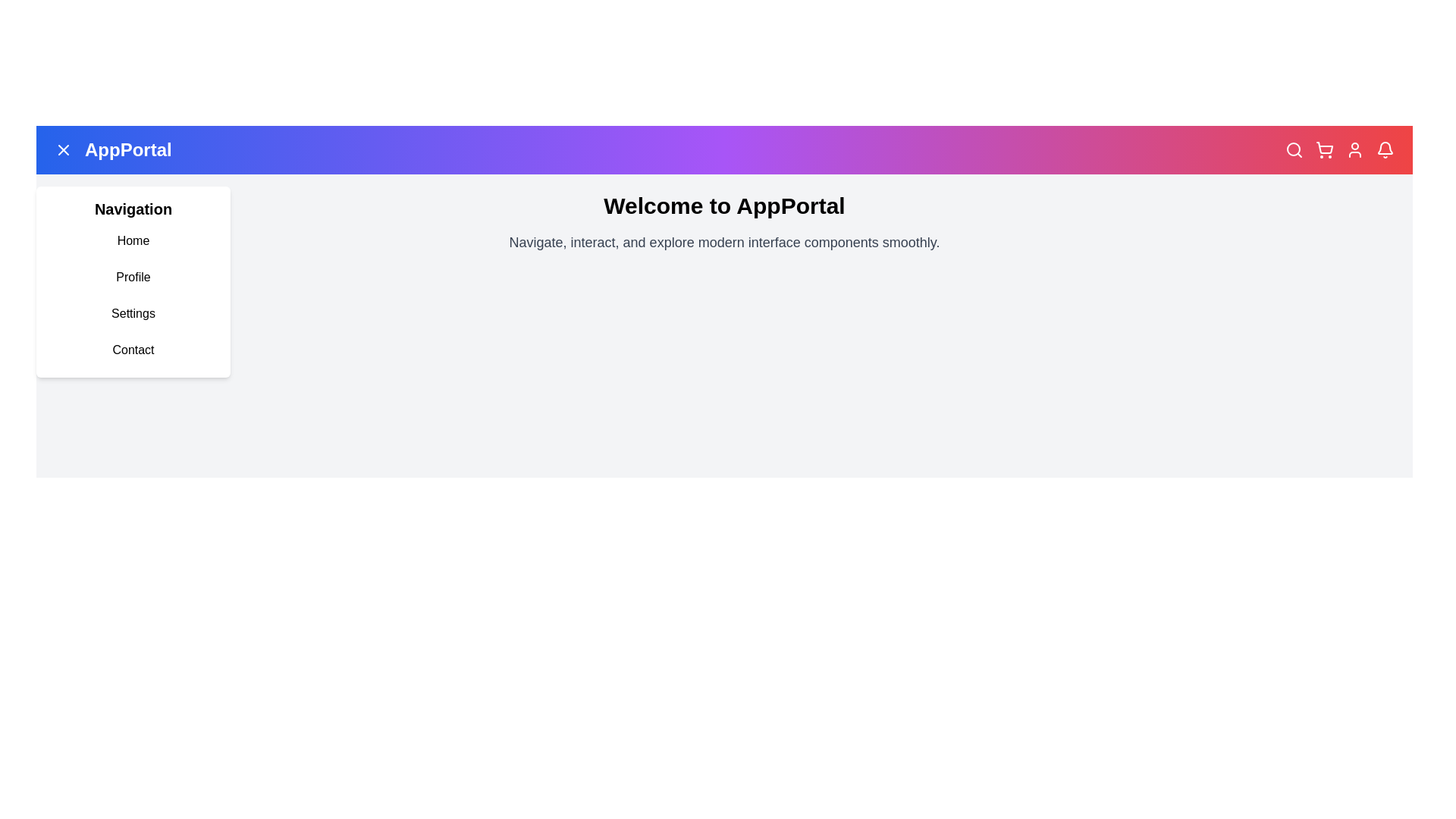 The image size is (1456, 819). I want to click on the user profile icon located in the upper-right corner of the interface, so click(1354, 149).